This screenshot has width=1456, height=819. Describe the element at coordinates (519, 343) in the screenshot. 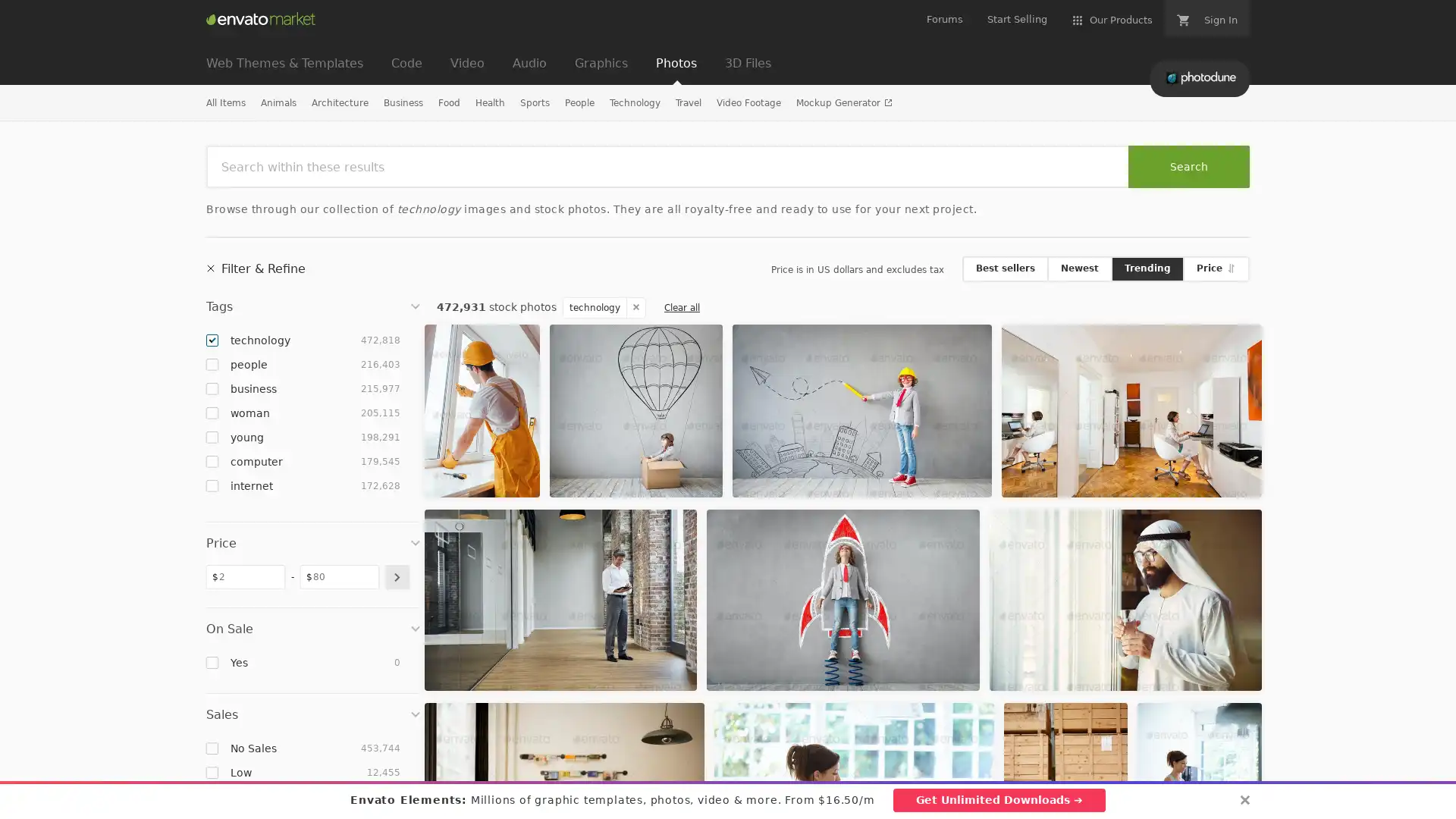

I see `Add to Favorites` at that location.